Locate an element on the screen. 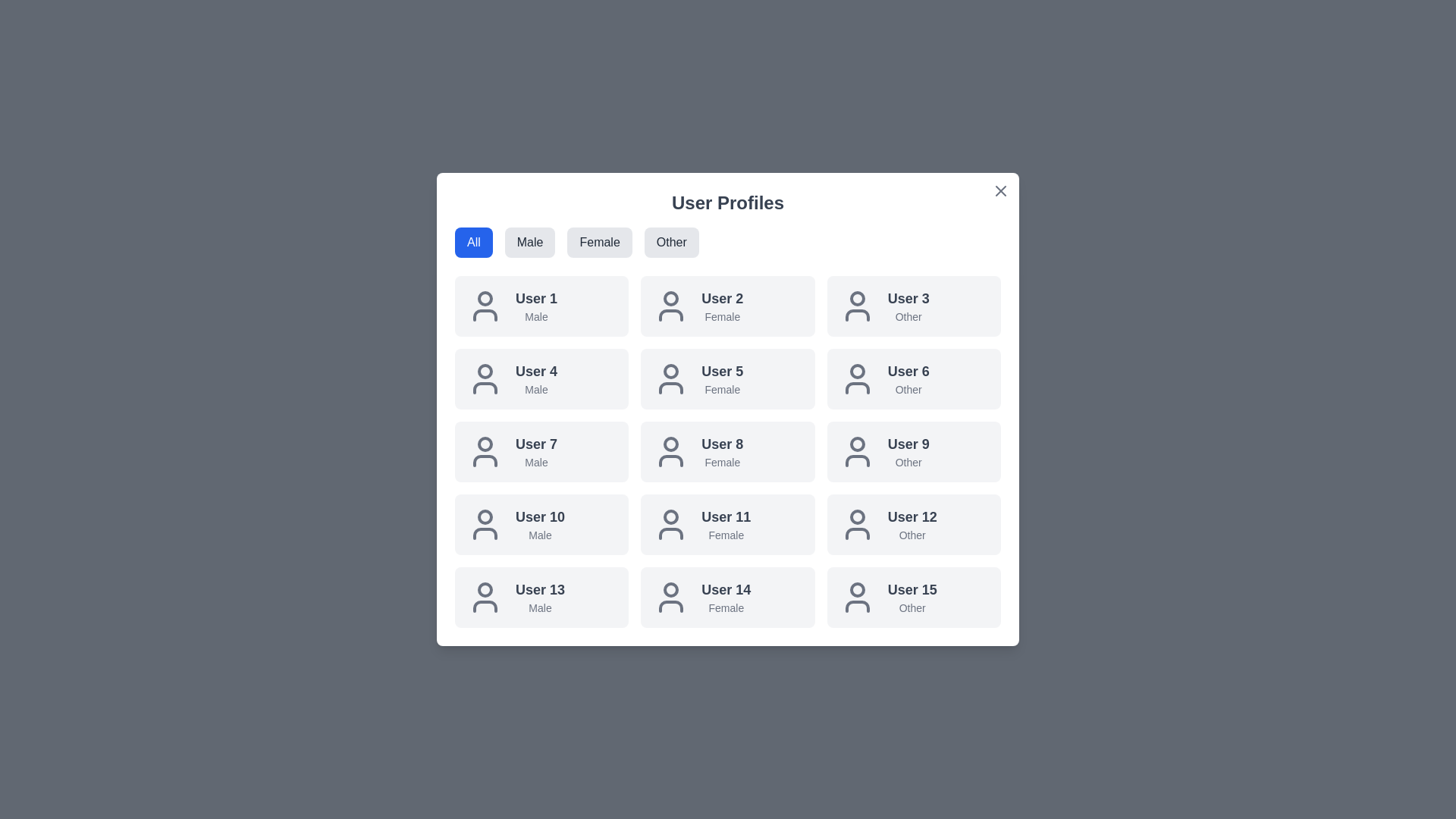 Image resolution: width=1456 pixels, height=819 pixels. the gender filter button labeled Female is located at coordinates (599, 242).